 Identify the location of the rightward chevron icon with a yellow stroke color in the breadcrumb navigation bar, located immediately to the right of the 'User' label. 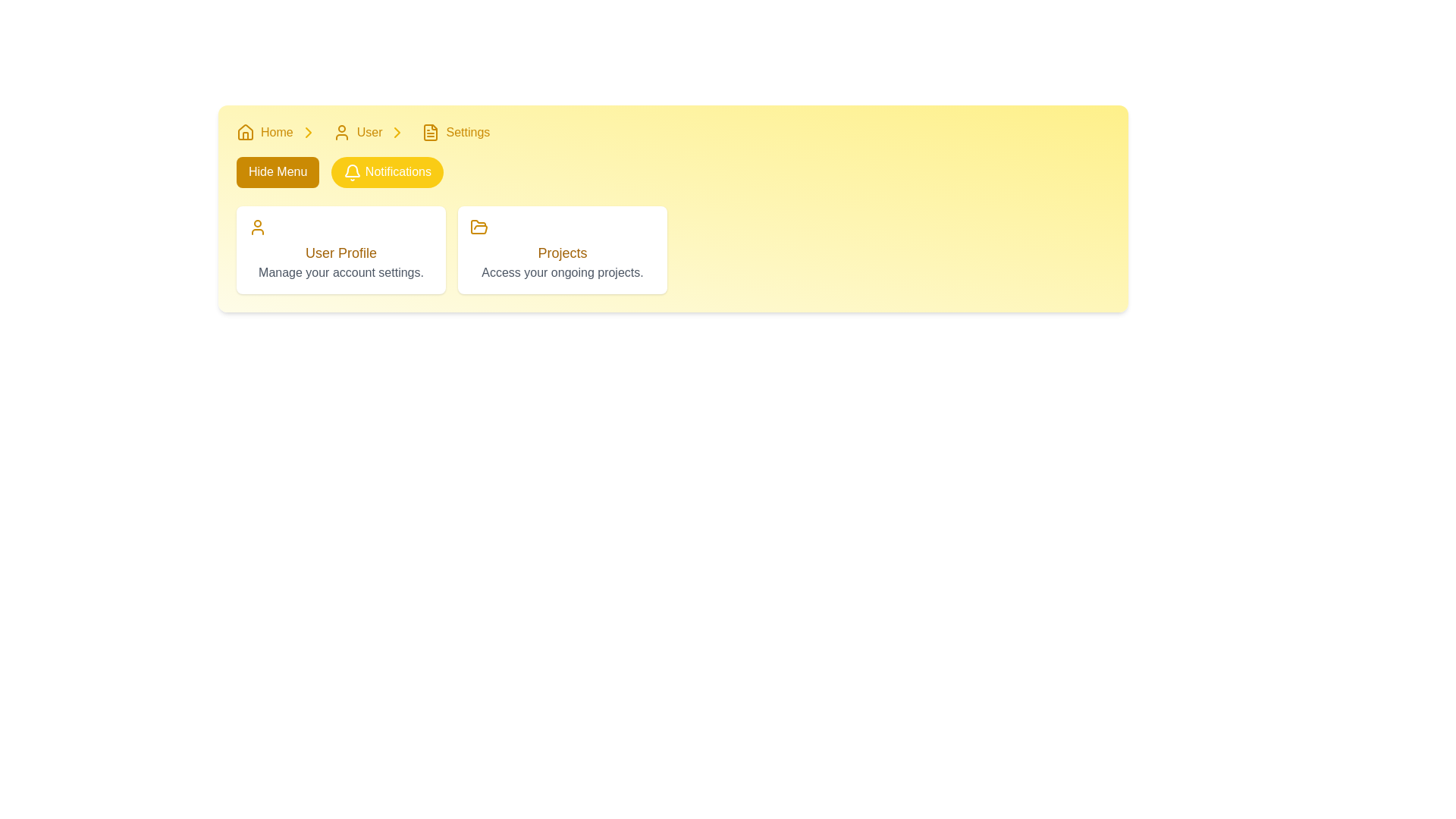
(397, 131).